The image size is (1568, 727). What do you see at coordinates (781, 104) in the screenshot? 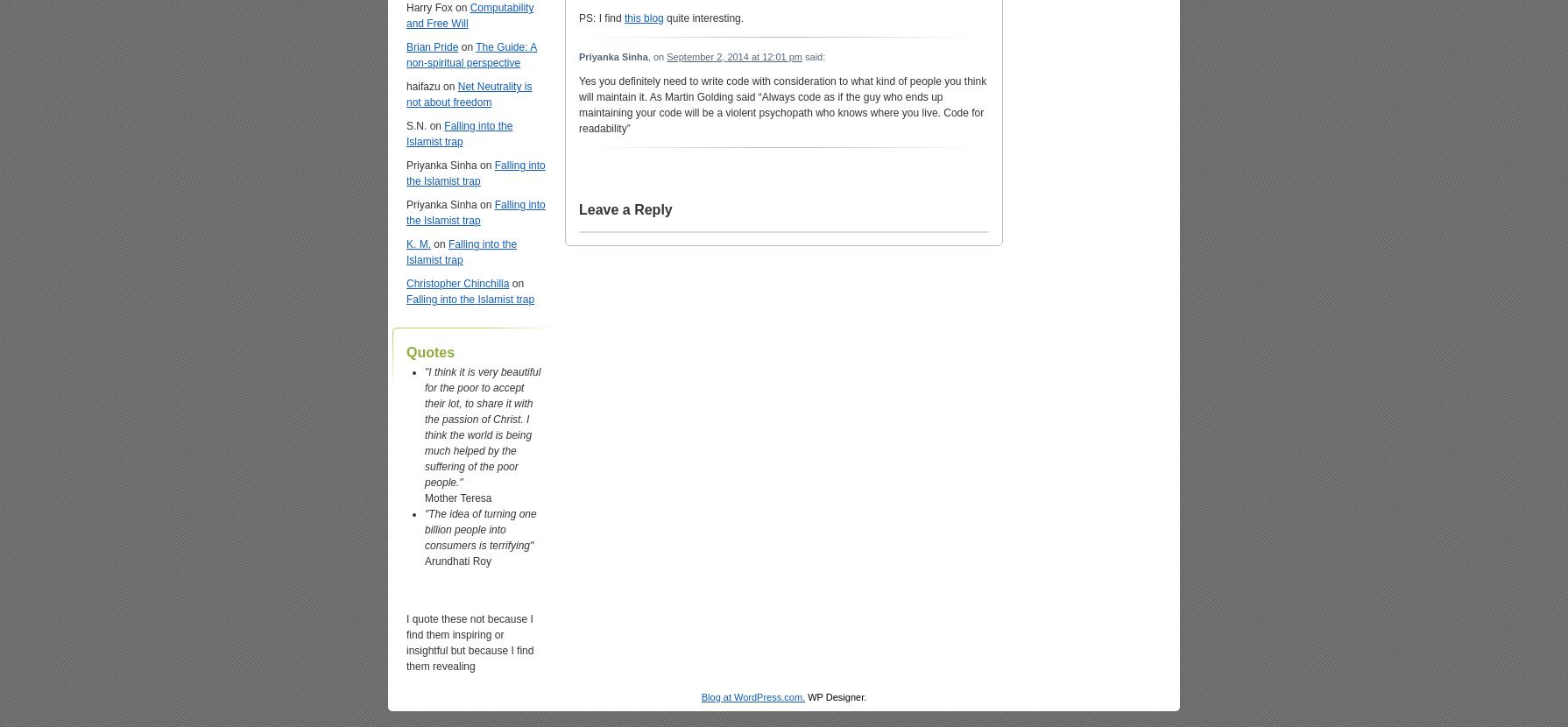
I see `'Yes you definitely need to write code with consideration to what kind of people you think will maintain it. As Martin Golding said “Always code as if the guy who ends up maintaining your code will be a violent psychopath who knows where you live. Code for readability”'` at bounding box center [781, 104].